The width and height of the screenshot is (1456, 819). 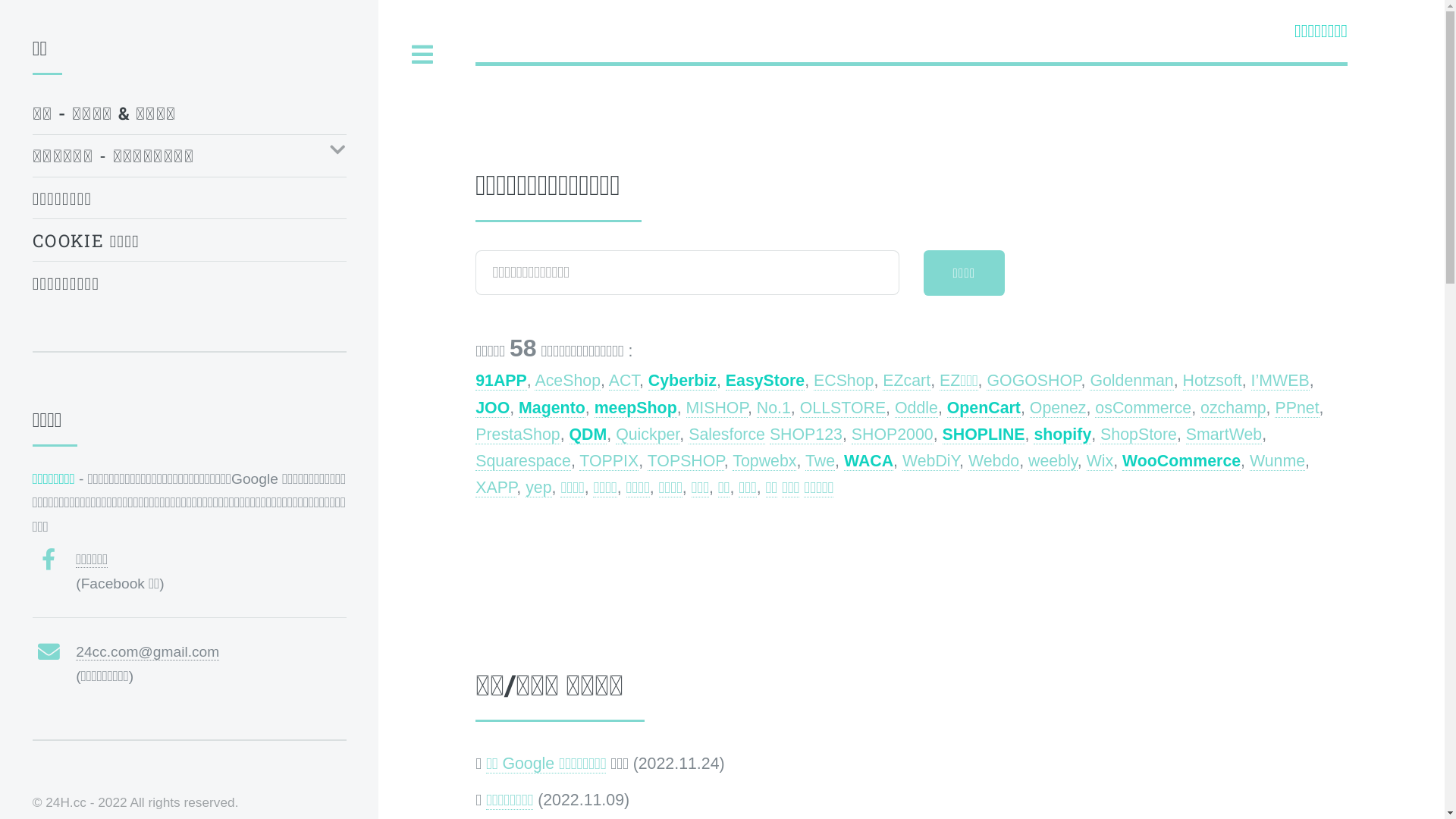 I want to click on 'Topwebx', so click(x=764, y=460).